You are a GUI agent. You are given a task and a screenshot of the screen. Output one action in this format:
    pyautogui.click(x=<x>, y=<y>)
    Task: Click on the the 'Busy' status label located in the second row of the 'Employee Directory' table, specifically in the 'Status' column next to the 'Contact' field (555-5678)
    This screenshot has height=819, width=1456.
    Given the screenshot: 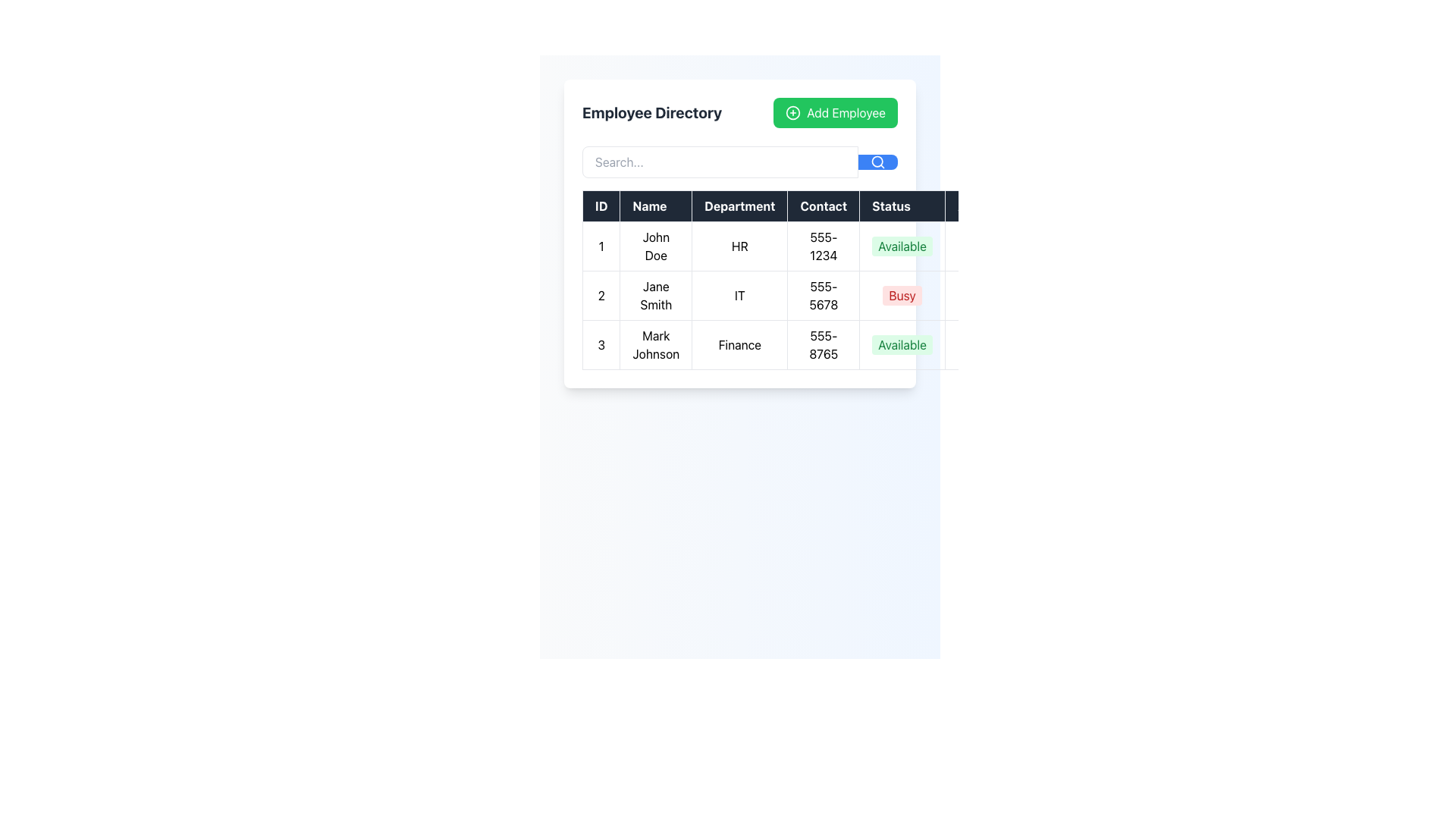 What is the action you would take?
    pyautogui.click(x=902, y=295)
    